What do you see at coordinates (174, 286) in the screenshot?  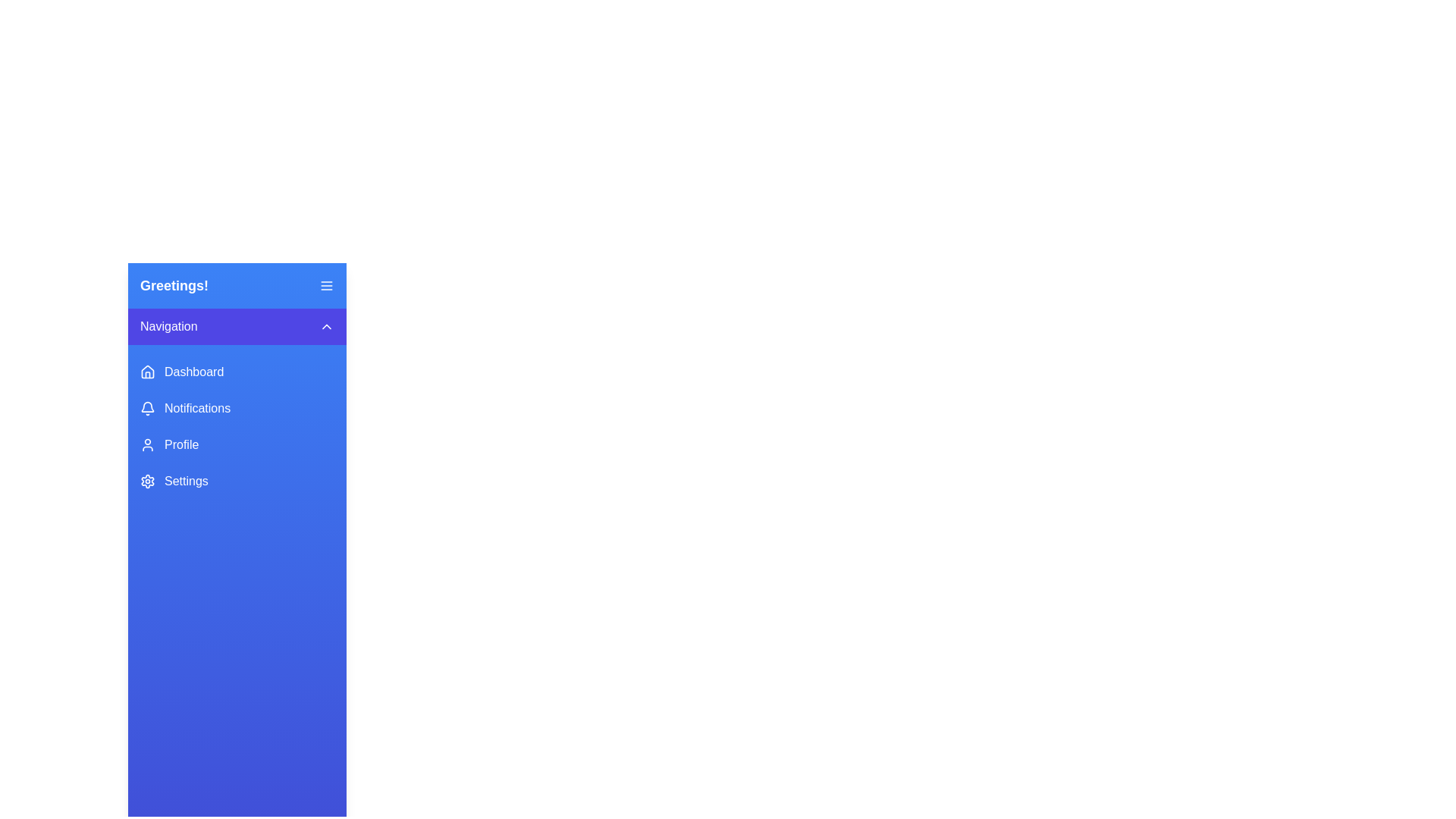 I see `greeting header text label located on the left side of the navigation panel, positioned to the left of the menu icon` at bounding box center [174, 286].